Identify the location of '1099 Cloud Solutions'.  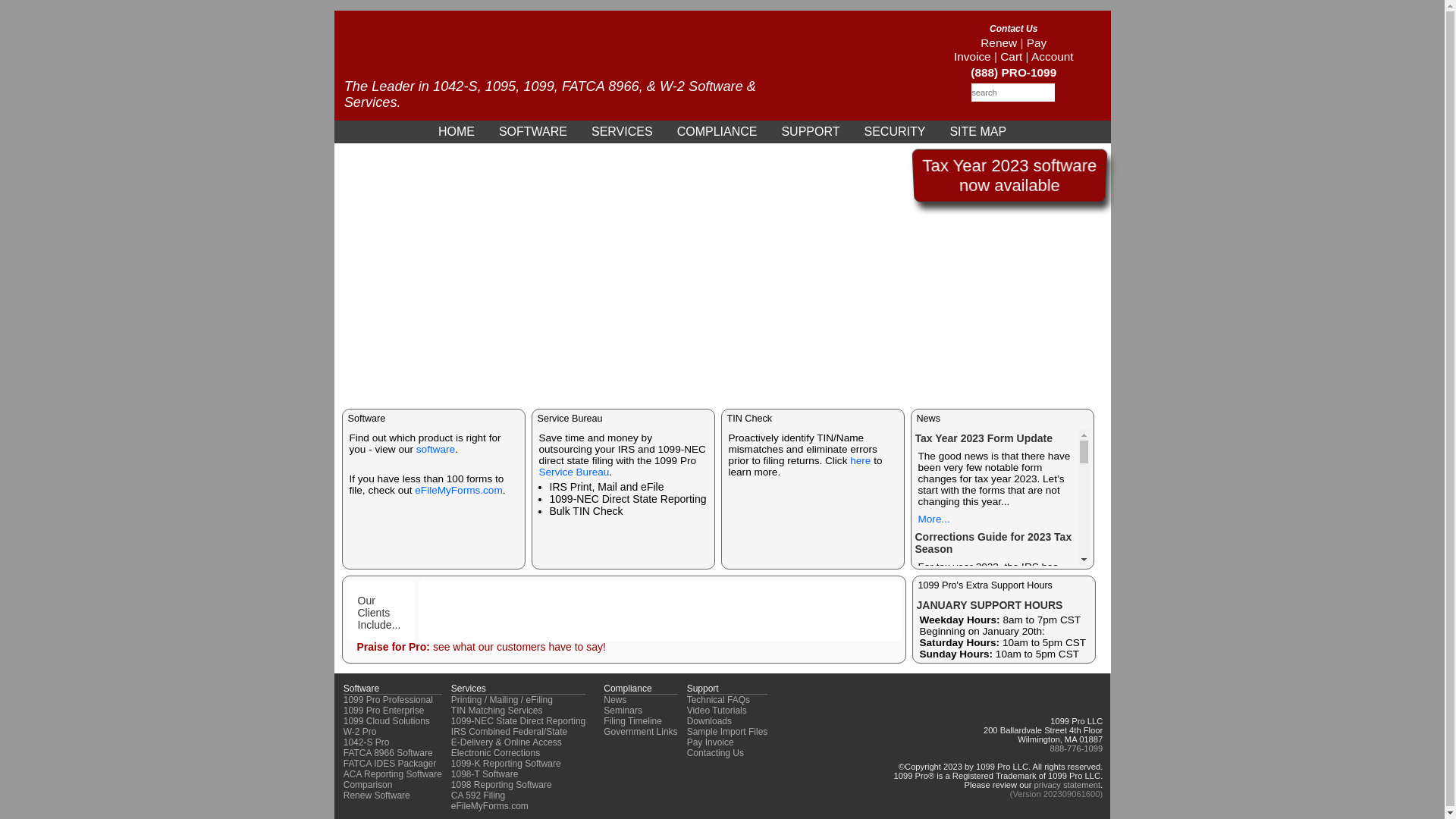
(342, 720).